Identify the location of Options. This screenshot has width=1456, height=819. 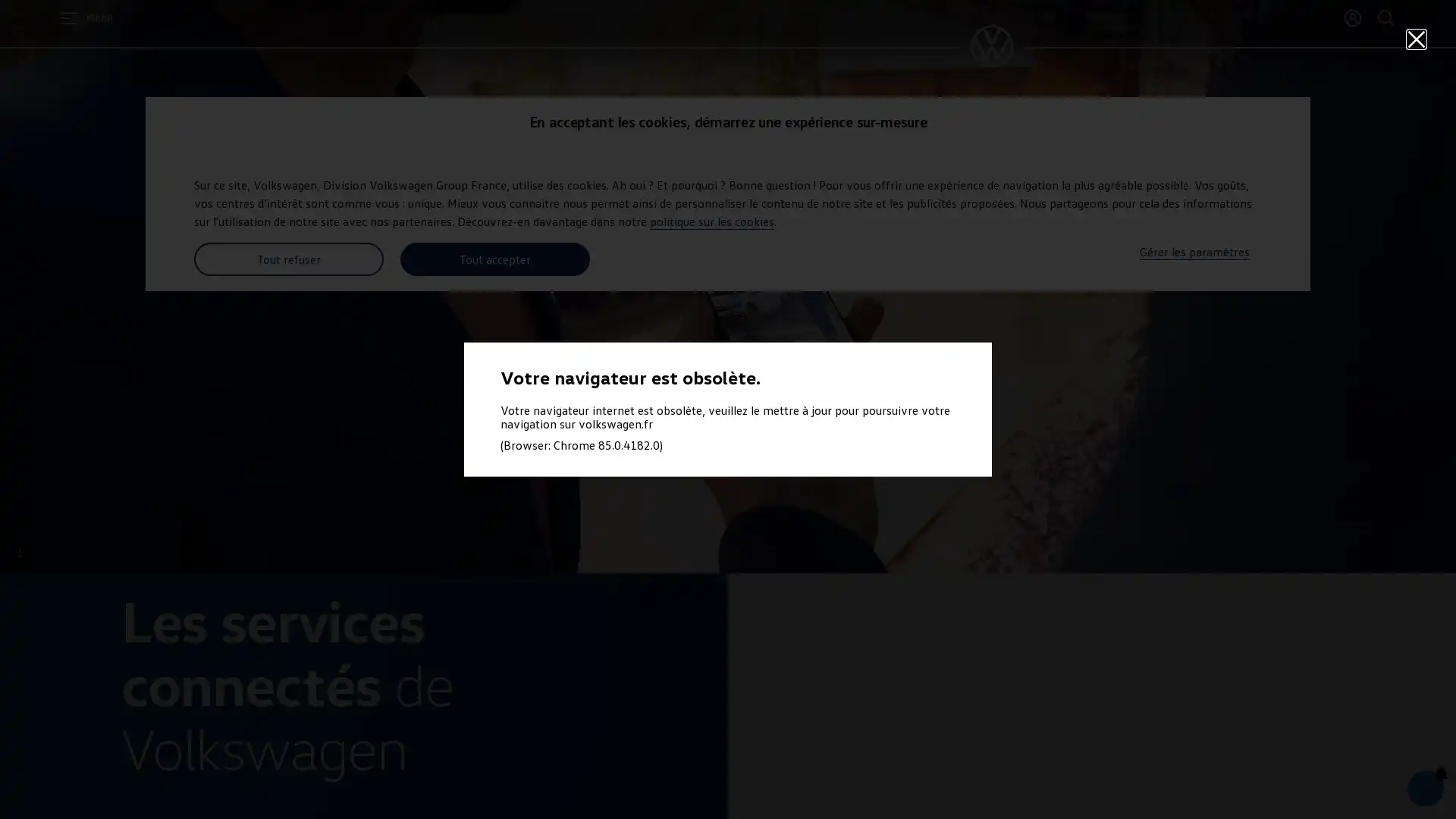
(1408, 778).